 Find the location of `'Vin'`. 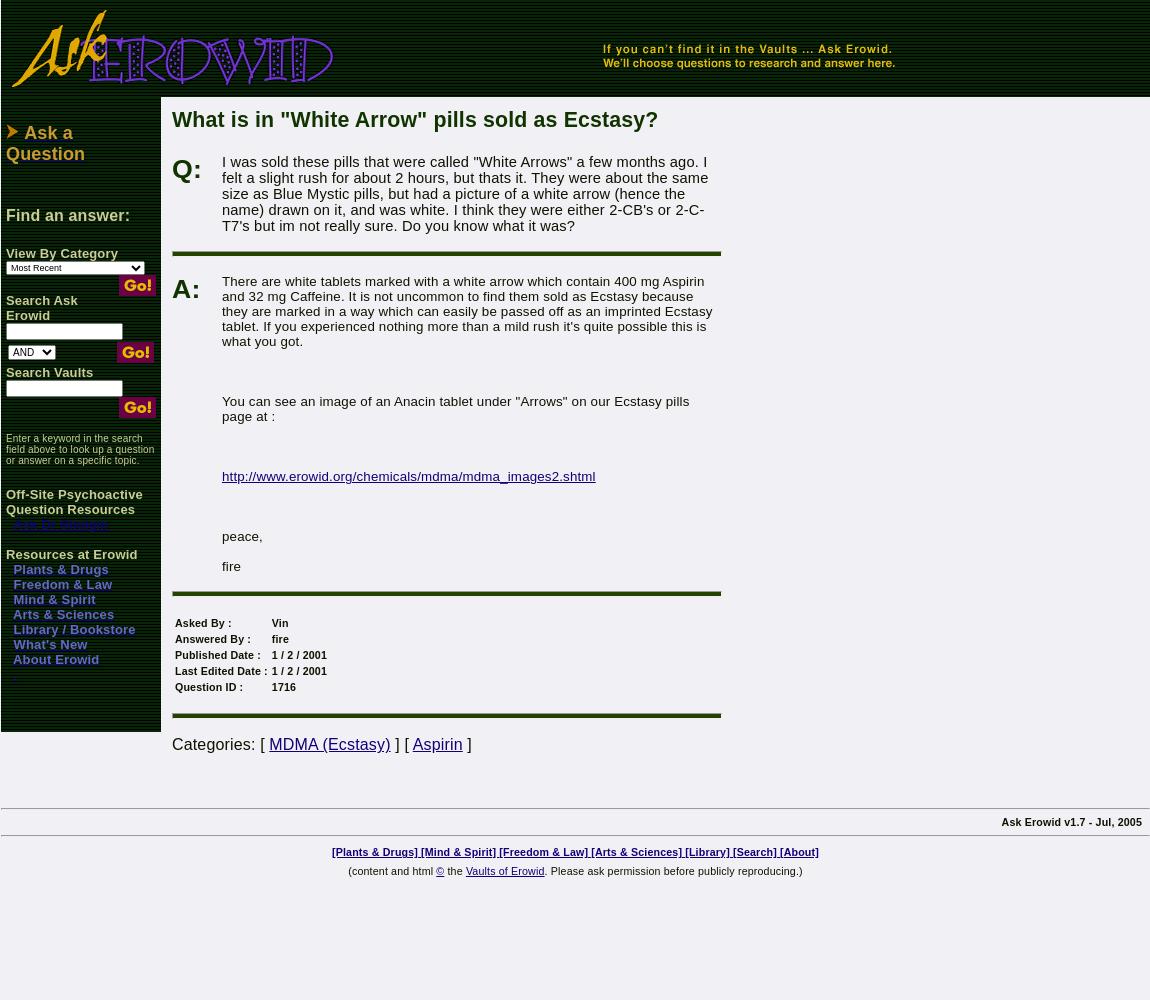

'Vin' is located at coordinates (278, 622).